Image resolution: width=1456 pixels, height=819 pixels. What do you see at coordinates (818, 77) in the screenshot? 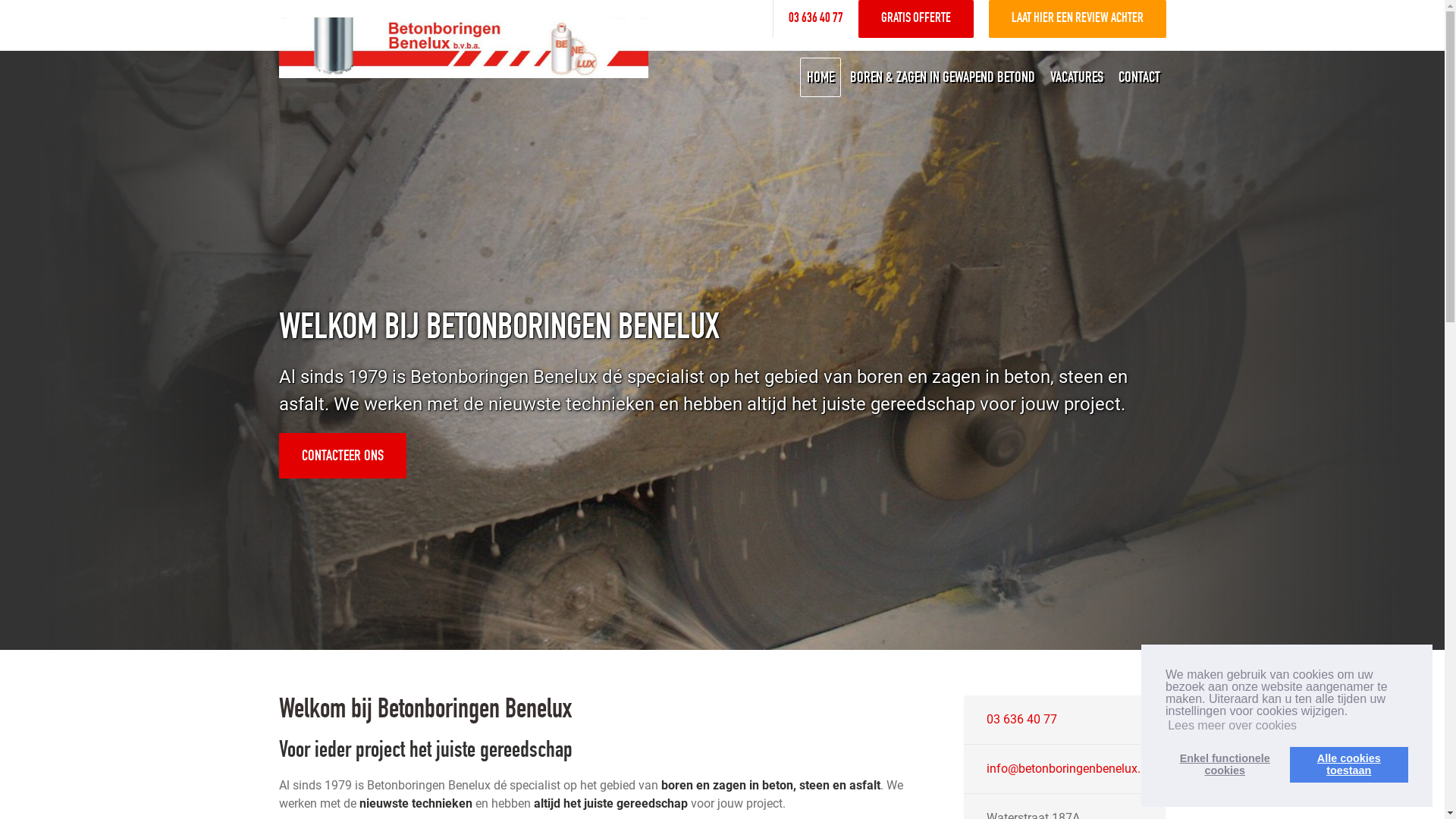
I see `'HOME'` at bounding box center [818, 77].